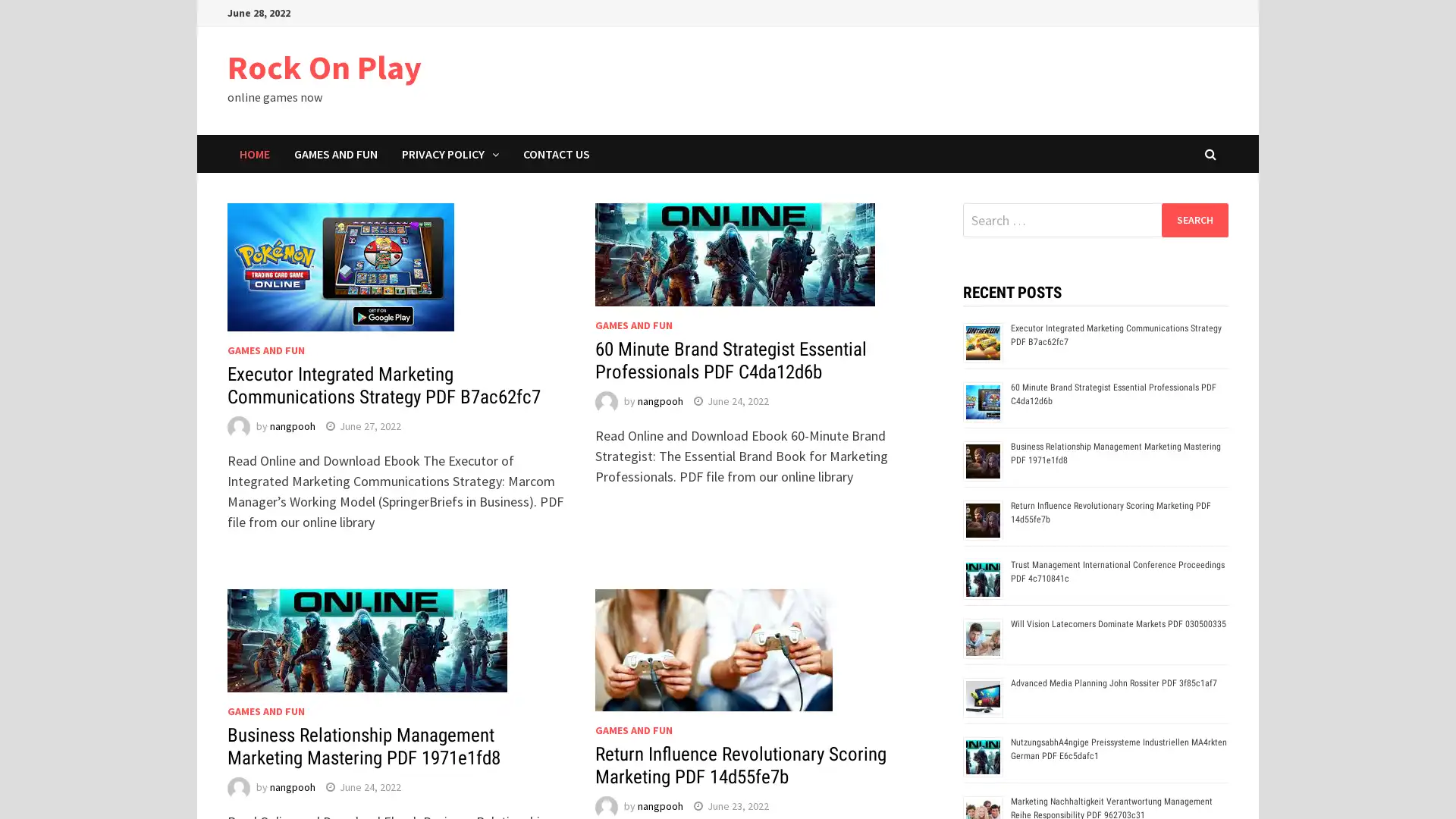 This screenshot has width=1456, height=819. Describe the element at coordinates (1194, 219) in the screenshot. I see `Search` at that location.